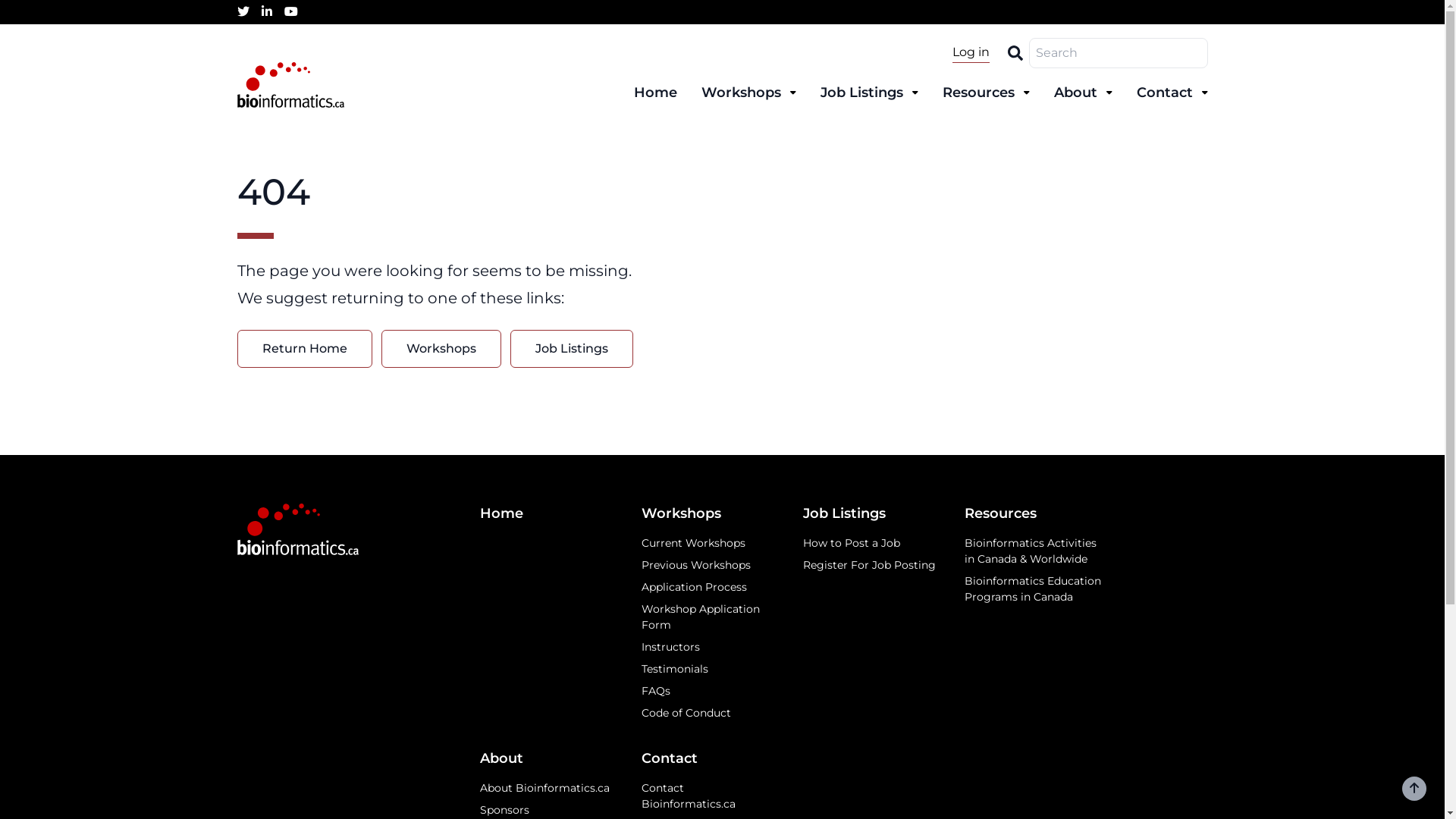 Image resolution: width=1456 pixels, height=819 pixels. What do you see at coordinates (802, 542) in the screenshot?
I see `'How to Post a Job'` at bounding box center [802, 542].